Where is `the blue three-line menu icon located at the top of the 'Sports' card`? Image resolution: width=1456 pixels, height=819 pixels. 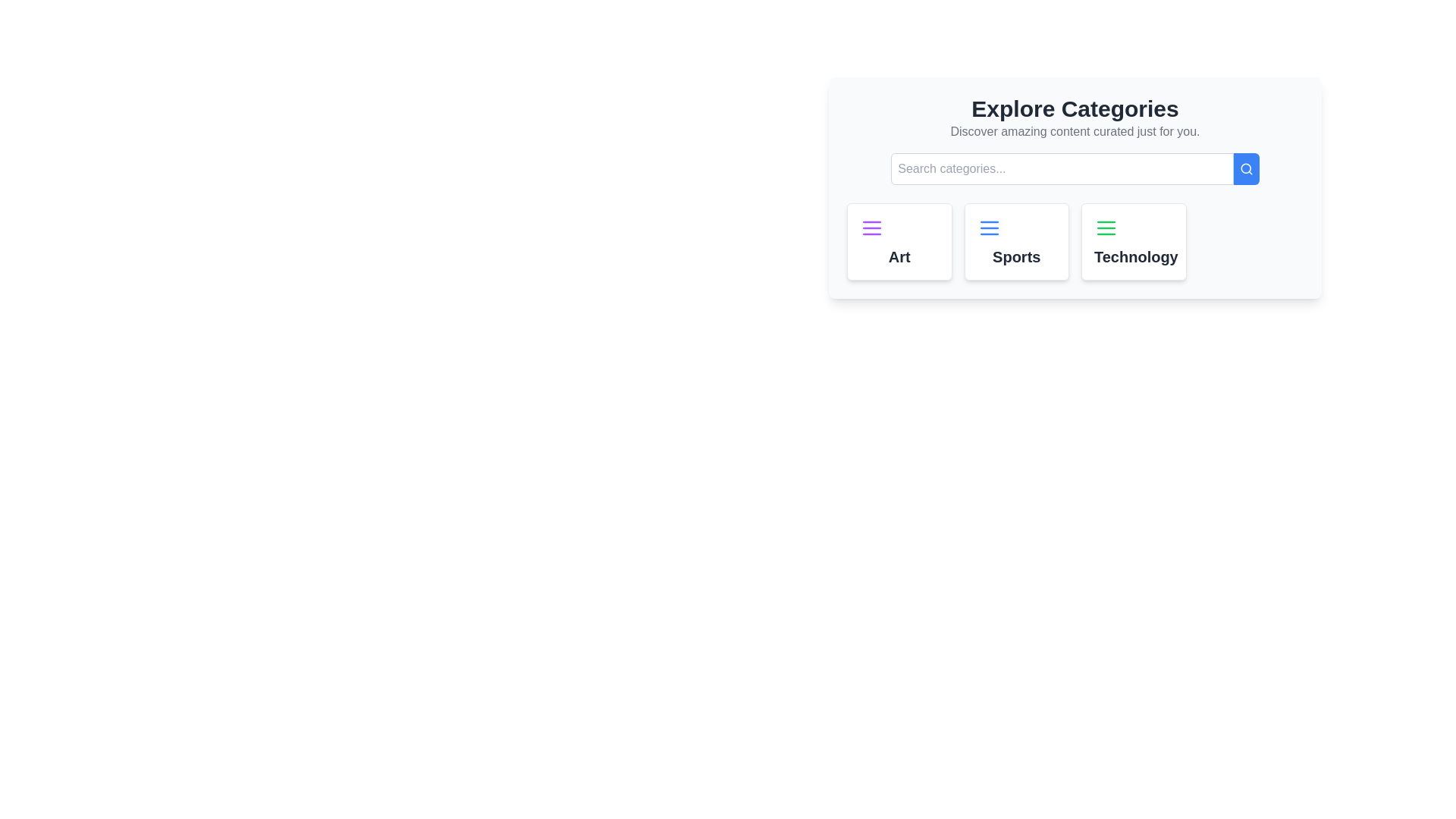
the blue three-line menu icon located at the top of the 'Sports' card is located at coordinates (989, 227).